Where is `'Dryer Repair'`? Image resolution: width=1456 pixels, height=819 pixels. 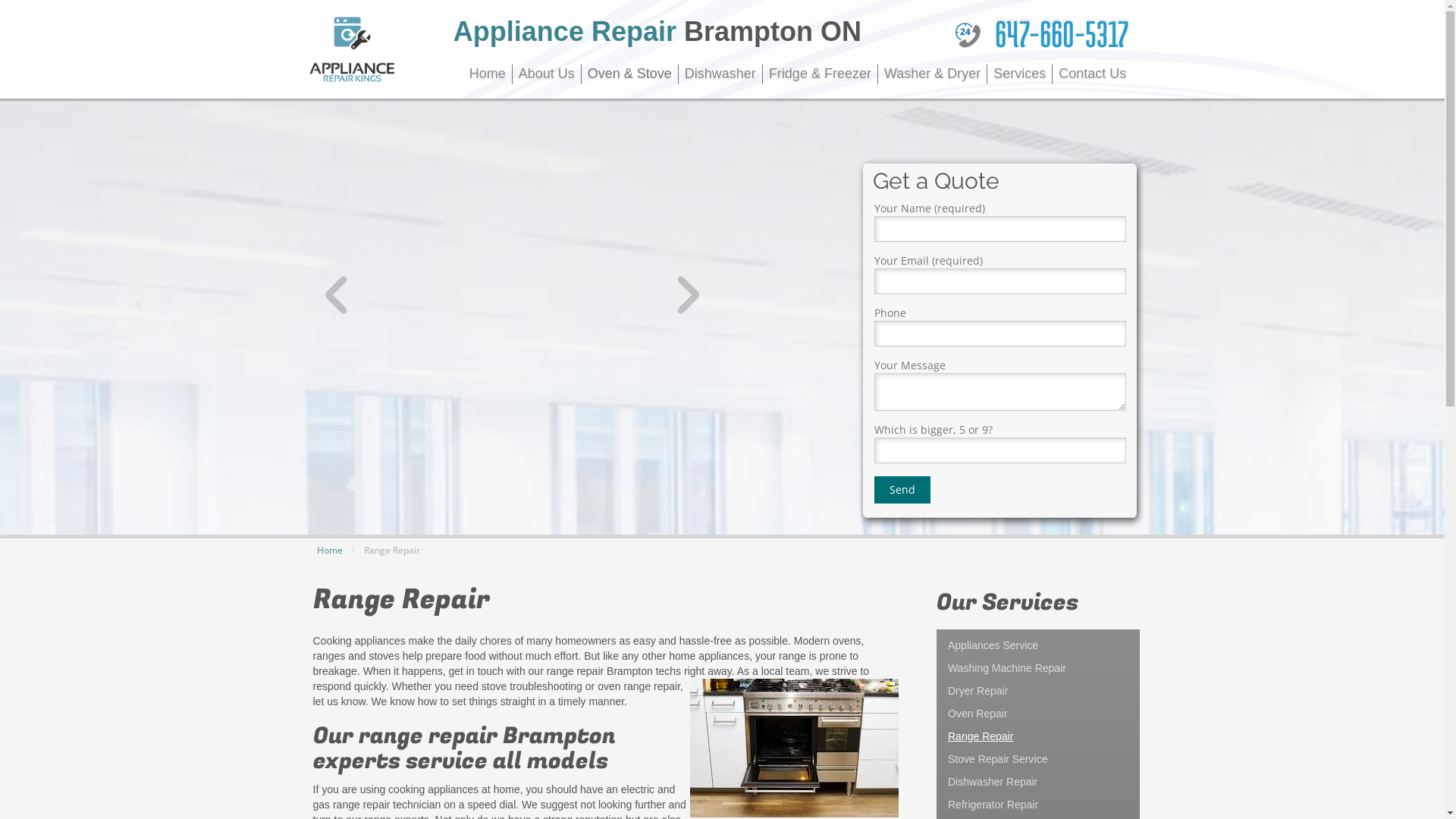 'Dryer Repair' is located at coordinates (1037, 690).